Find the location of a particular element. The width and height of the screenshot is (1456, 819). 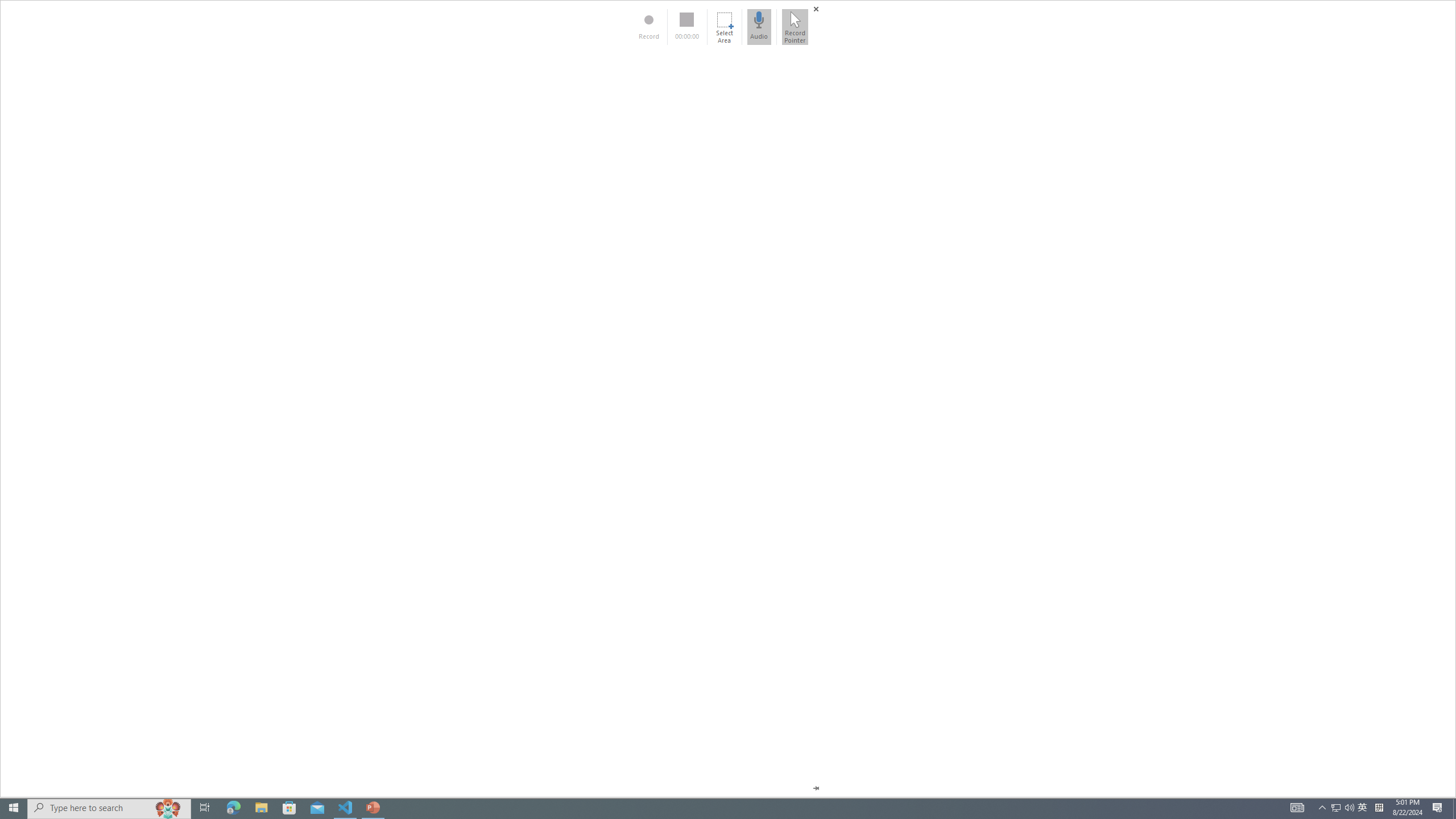

'Select Area' is located at coordinates (723, 26).